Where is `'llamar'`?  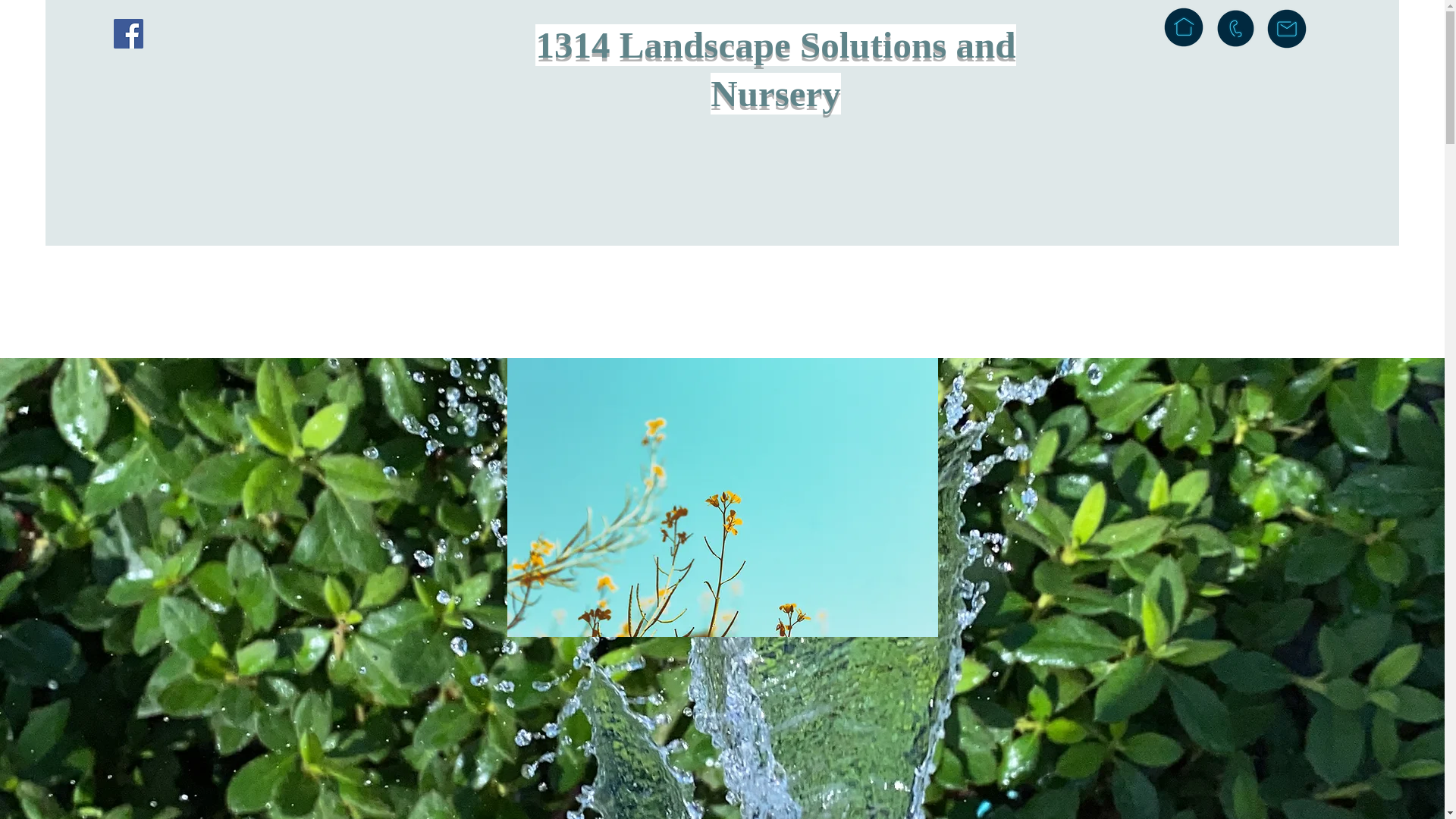 'llamar' is located at coordinates (1235, 28).